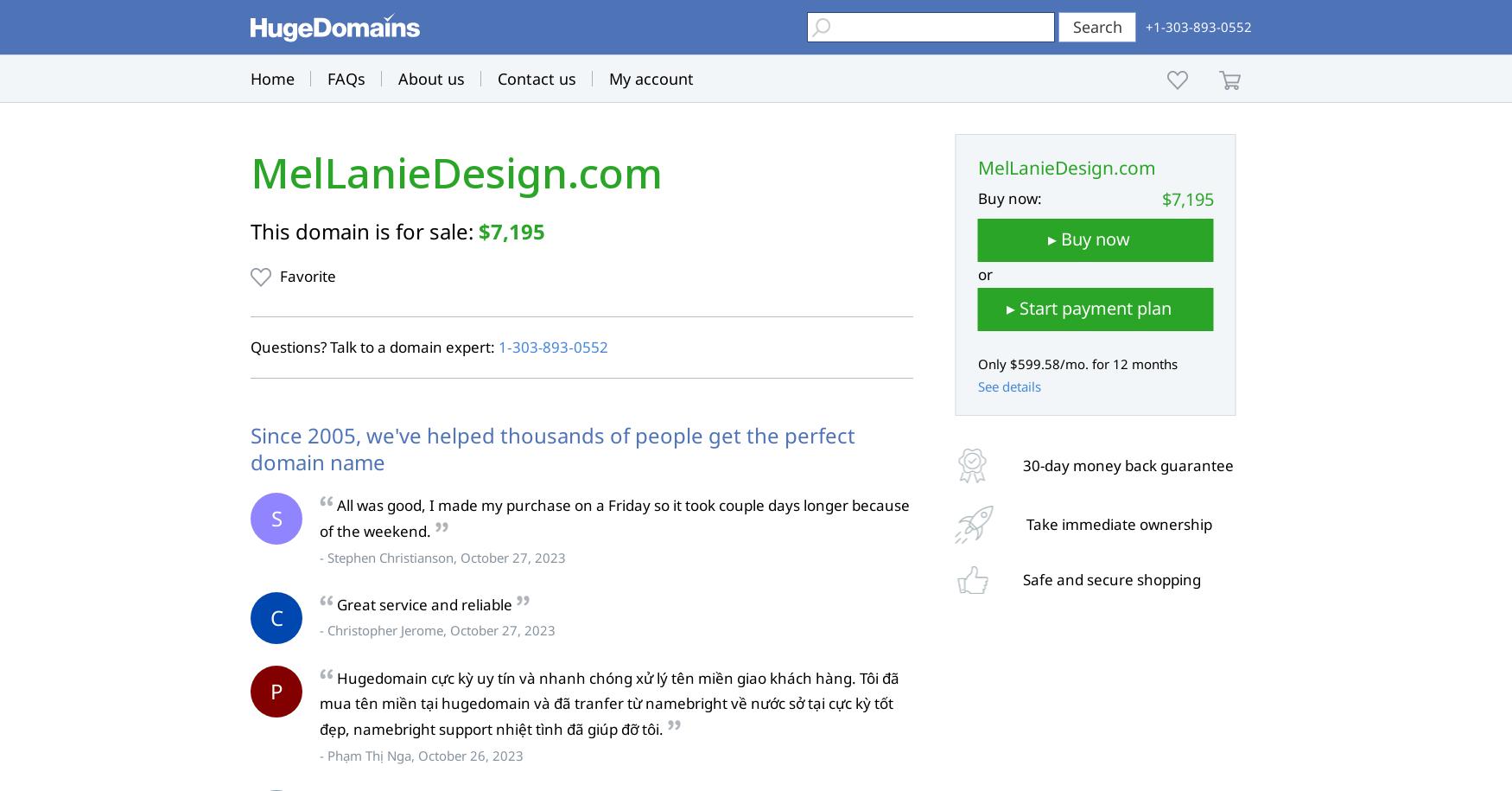 The image size is (1512, 791). Describe the element at coordinates (308, 276) in the screenshot. I see `'Favorite'` at that location.